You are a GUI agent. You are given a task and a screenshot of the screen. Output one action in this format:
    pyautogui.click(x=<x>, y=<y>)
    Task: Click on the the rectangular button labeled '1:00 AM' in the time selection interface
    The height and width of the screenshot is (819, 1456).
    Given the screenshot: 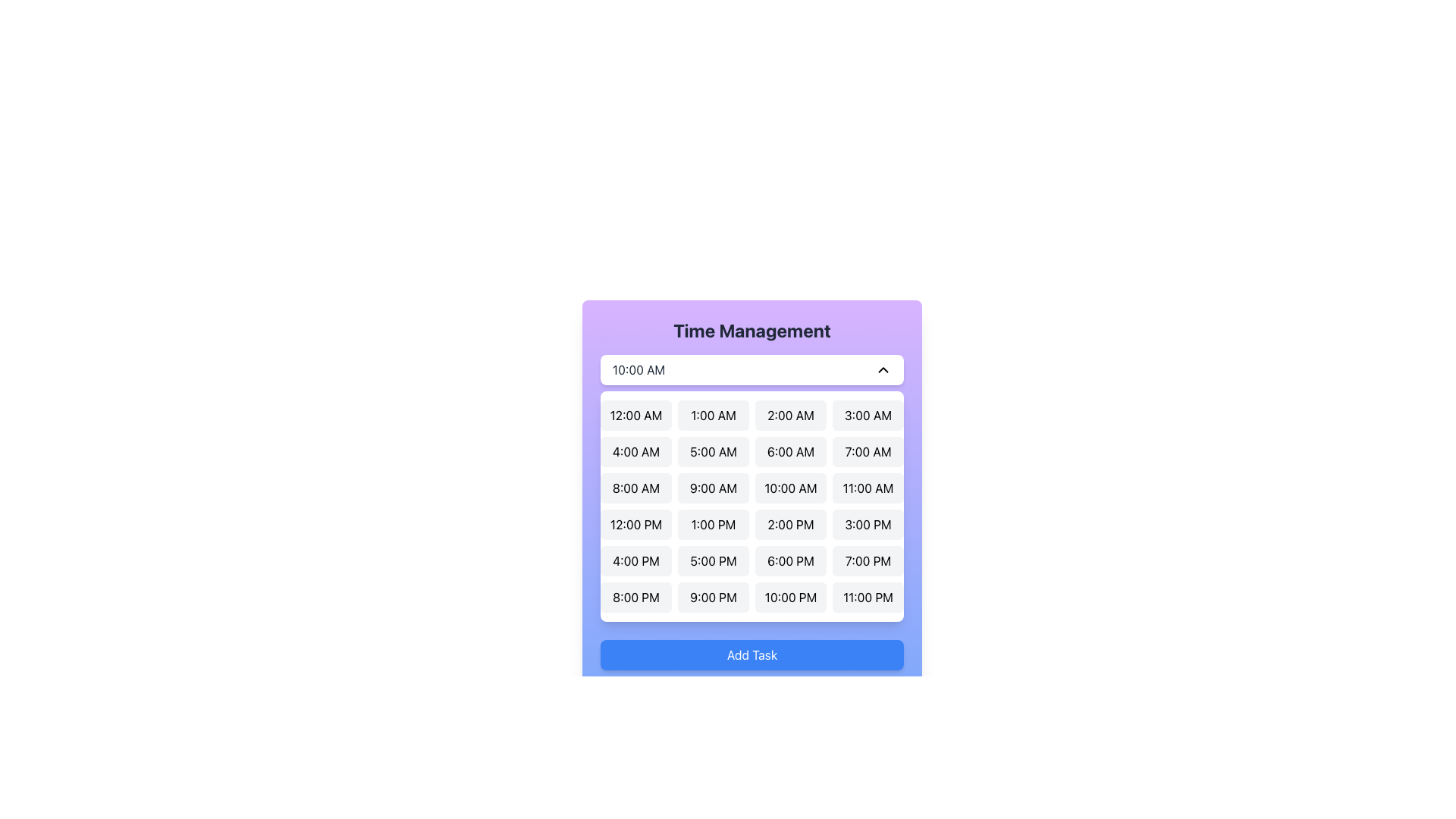 What is the action you would take?
    pyautogui.click(x=712, y=415)
    